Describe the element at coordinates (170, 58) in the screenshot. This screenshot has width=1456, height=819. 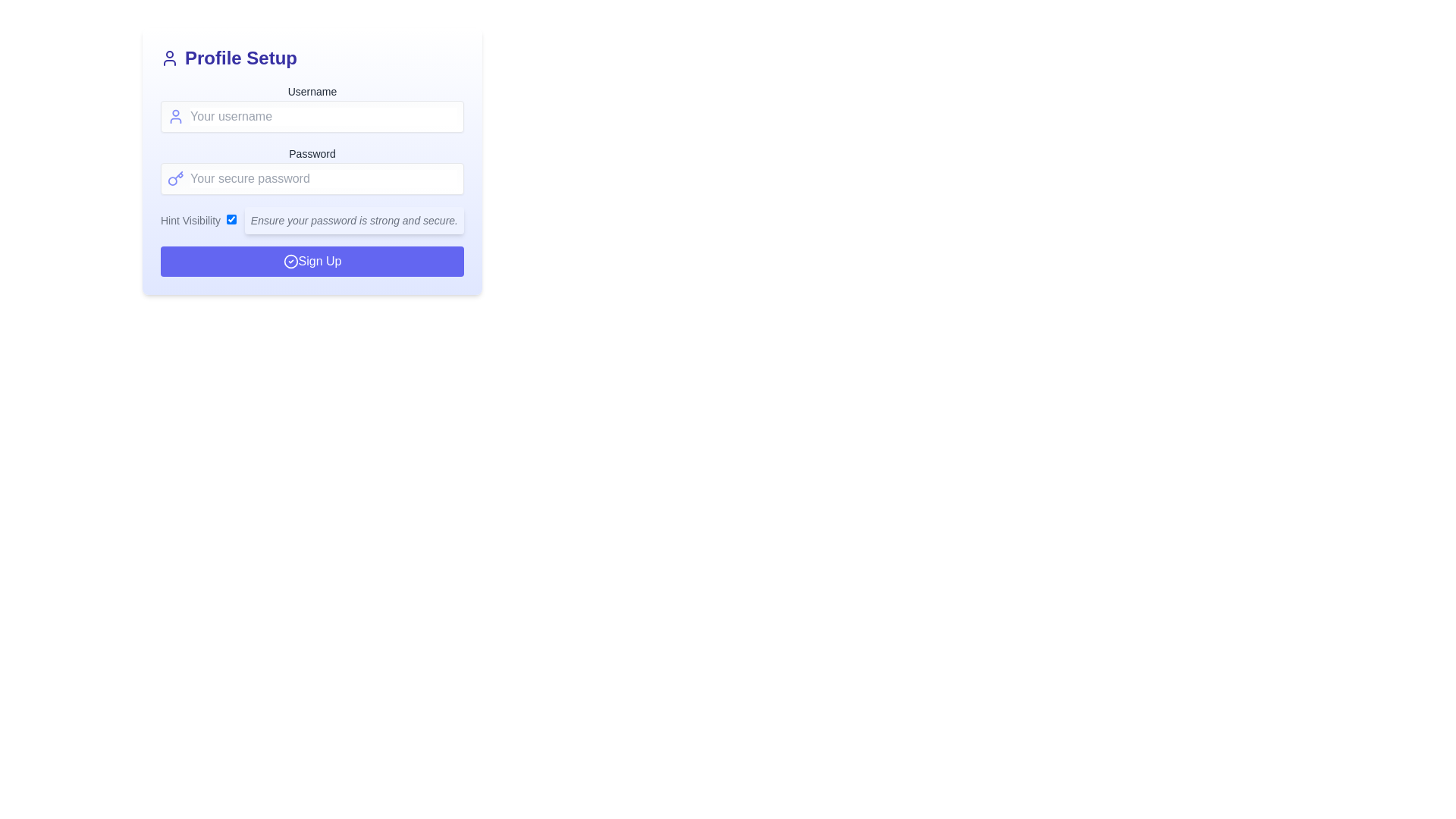
I see `the user profile icon, which is a silhouette-style graphical element located to the left of the 'Profile Setup' title` at that location.